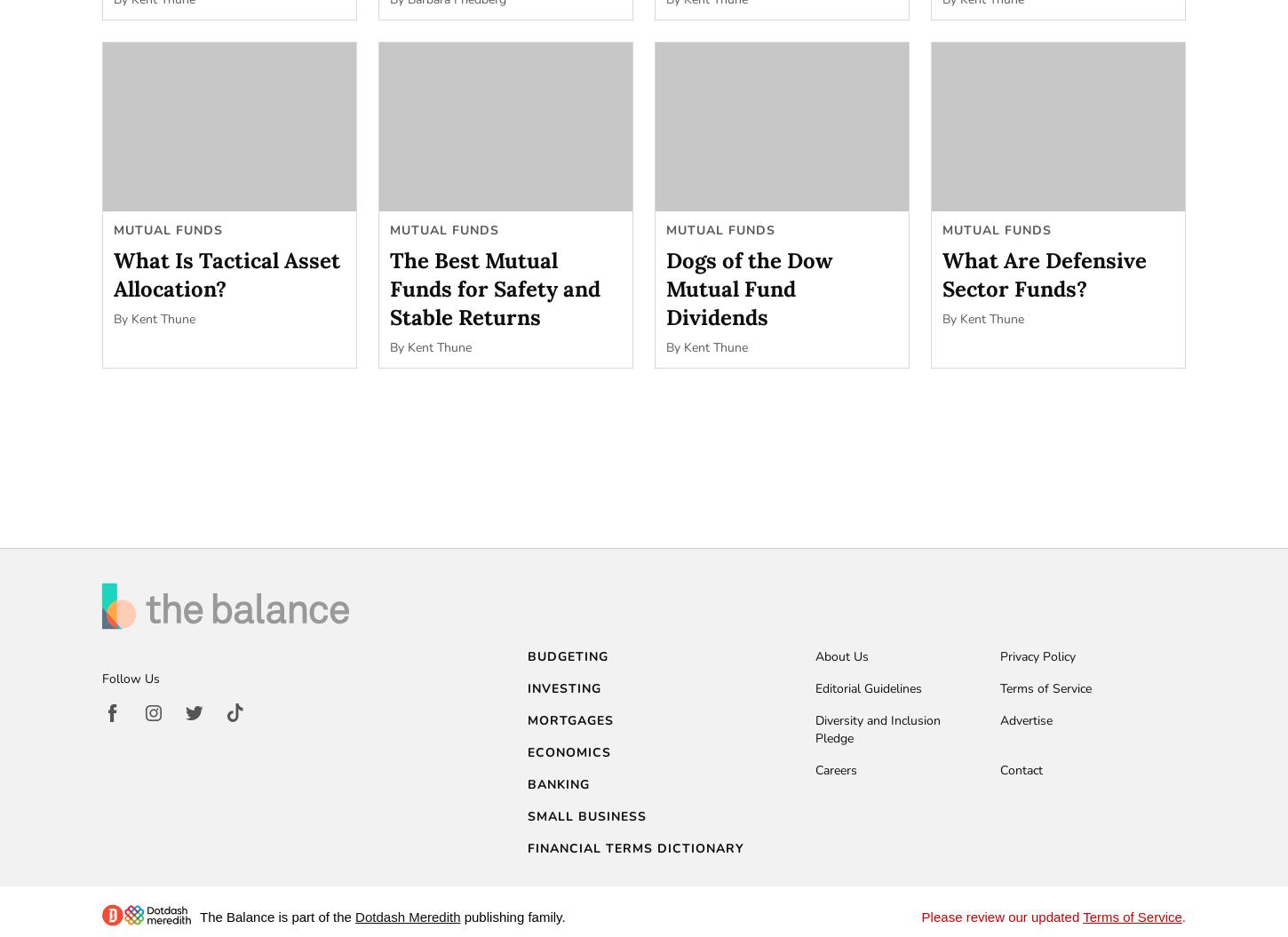  I want to click on 'Financial Terms Dictionary', so click(633, 848).